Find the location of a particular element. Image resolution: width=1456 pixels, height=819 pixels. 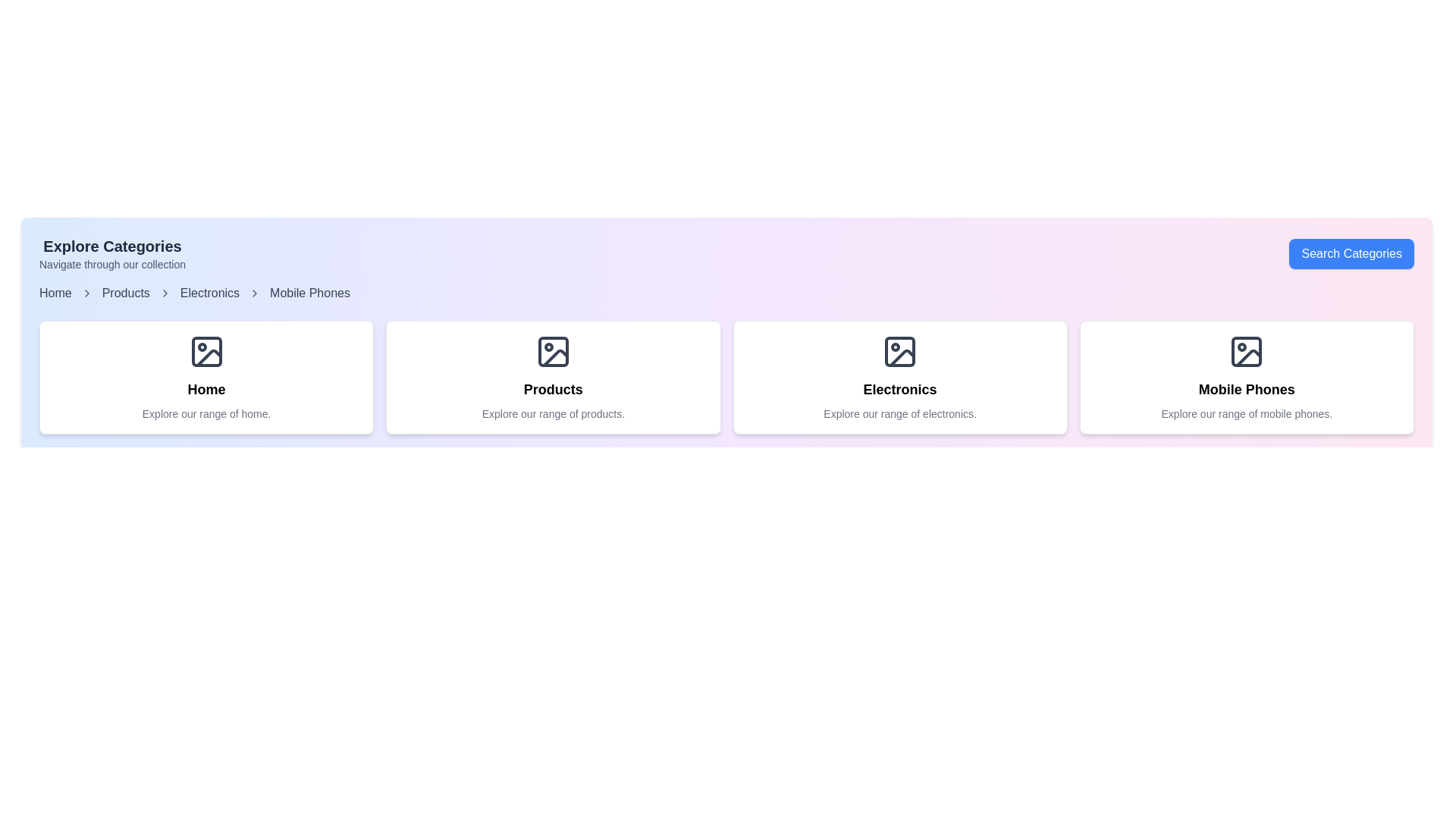

centered text element that says 'Explore our range of products.' located below the title 'Products.' is located at coordinates (552, 414).